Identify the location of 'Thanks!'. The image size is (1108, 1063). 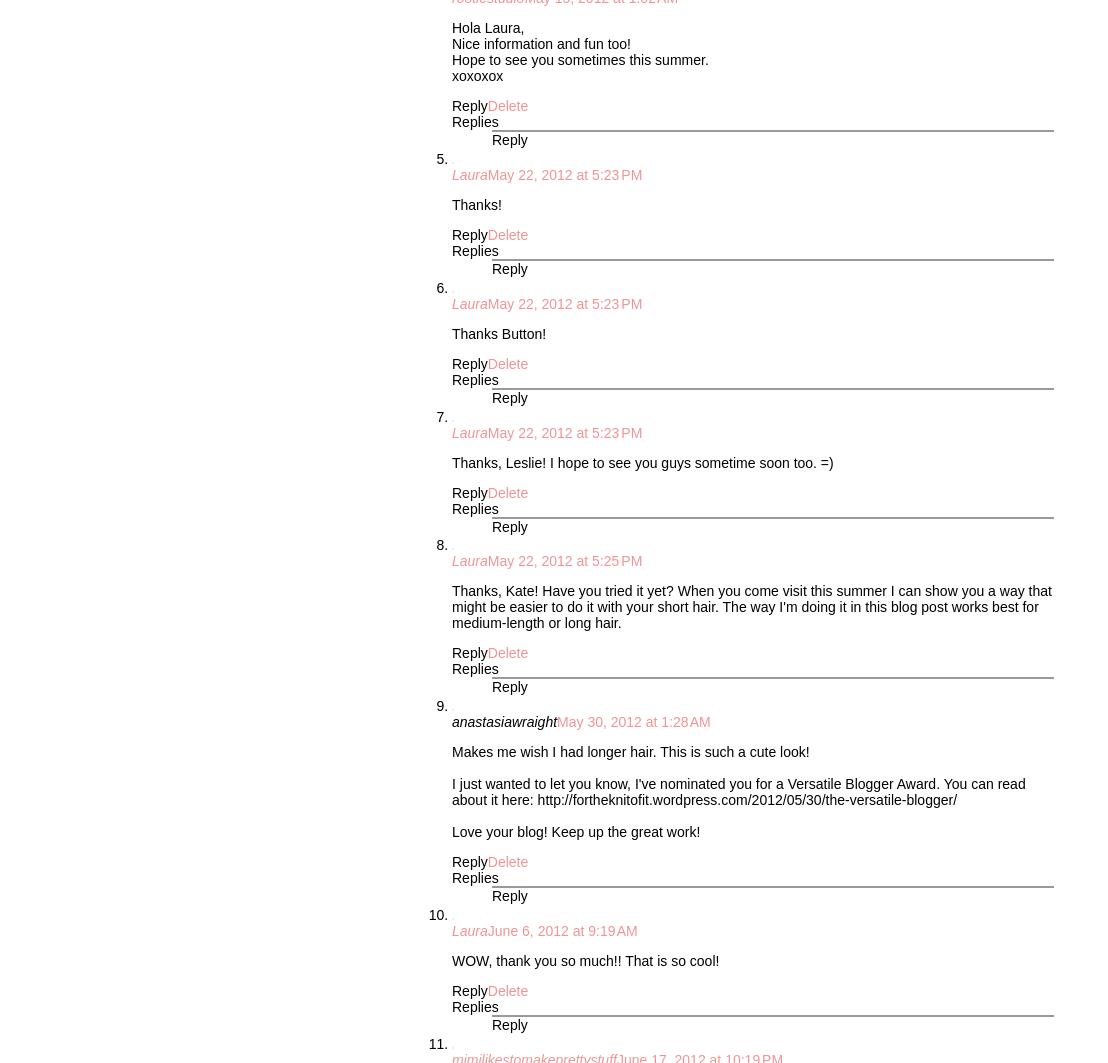
(476, 203).